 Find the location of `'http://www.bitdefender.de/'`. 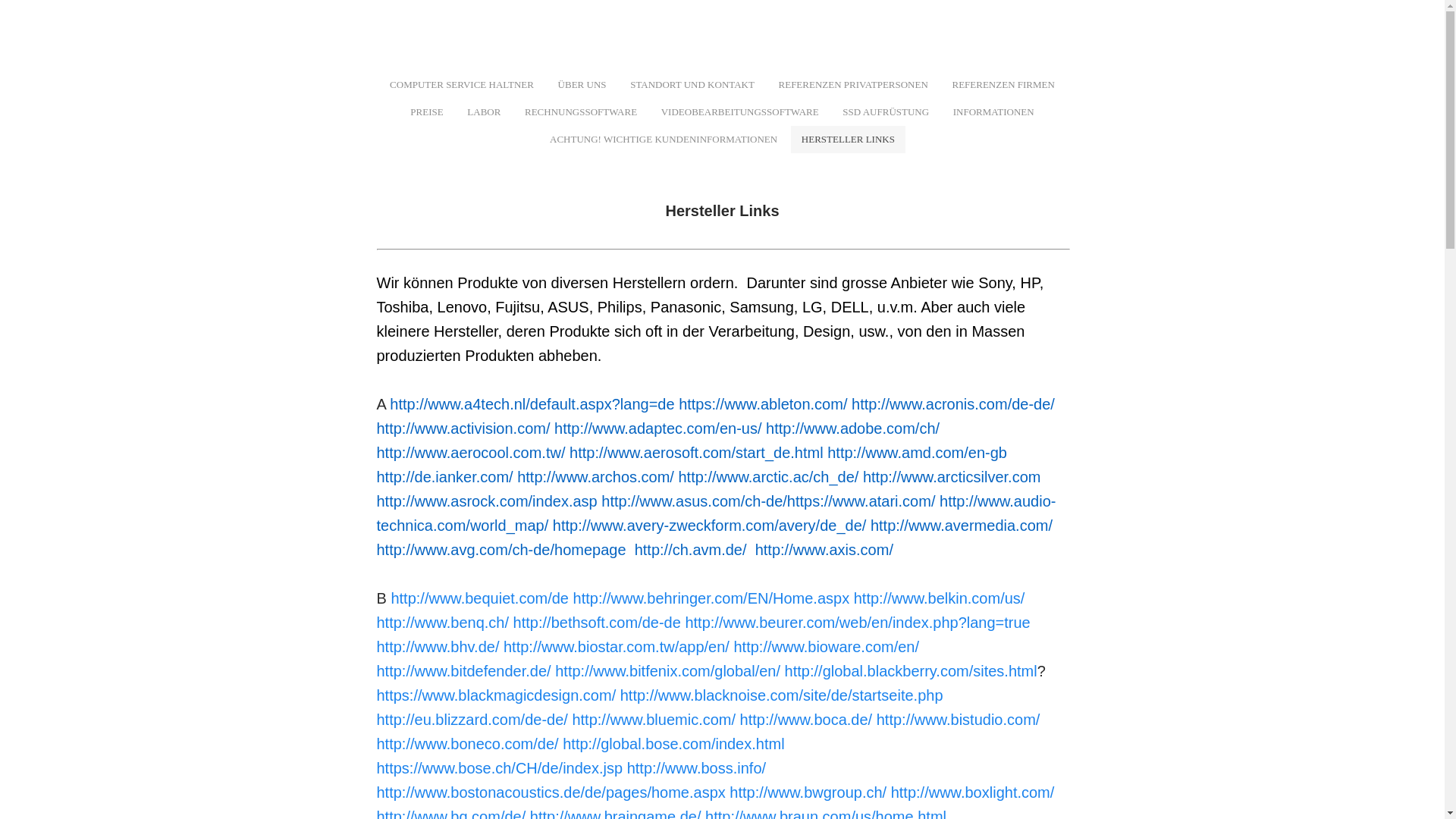

'http://www.bitdefender.de/' is located at coordinates (375, 670).